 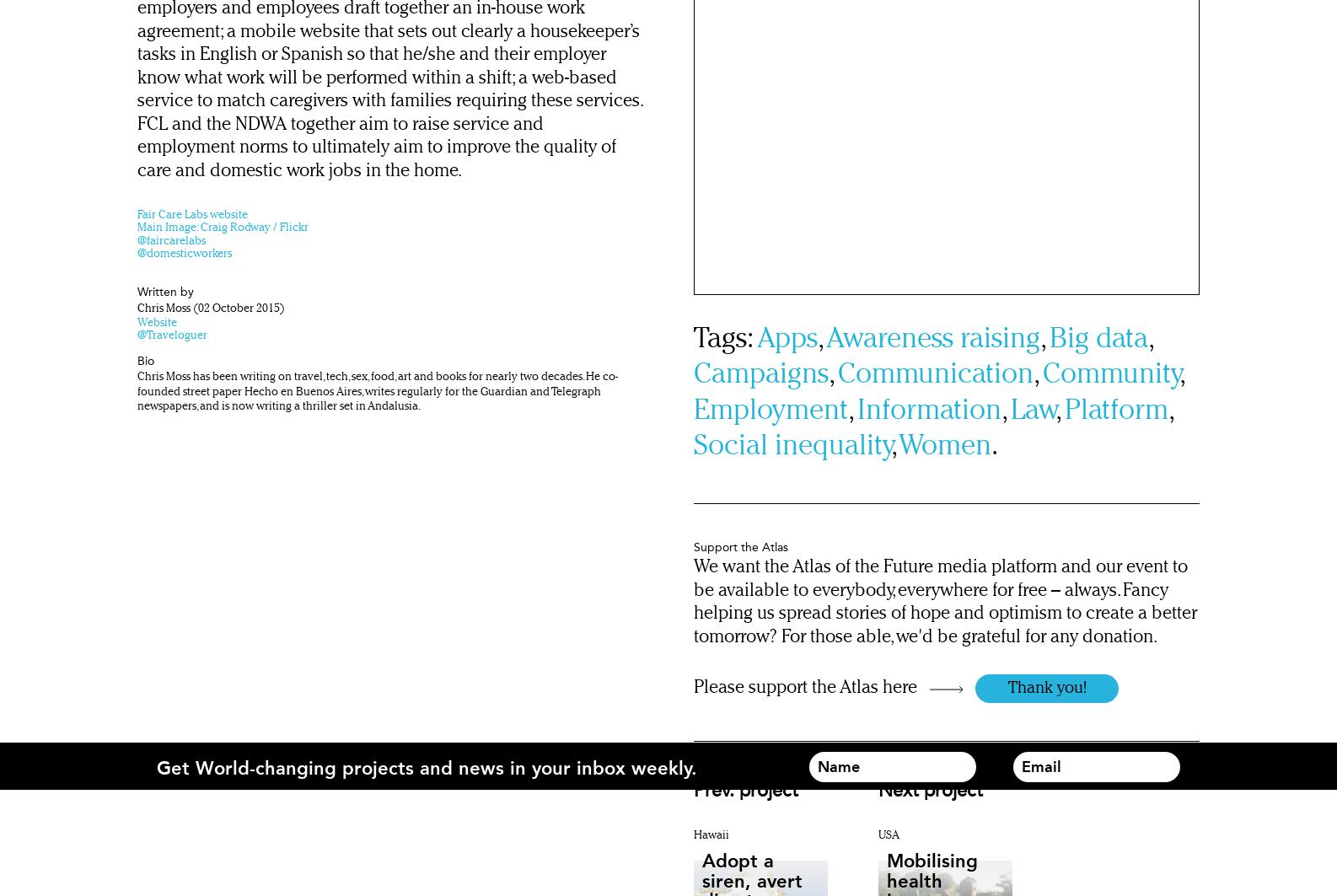 I want to click on 'Social inequality', so click(x=792, y=447).